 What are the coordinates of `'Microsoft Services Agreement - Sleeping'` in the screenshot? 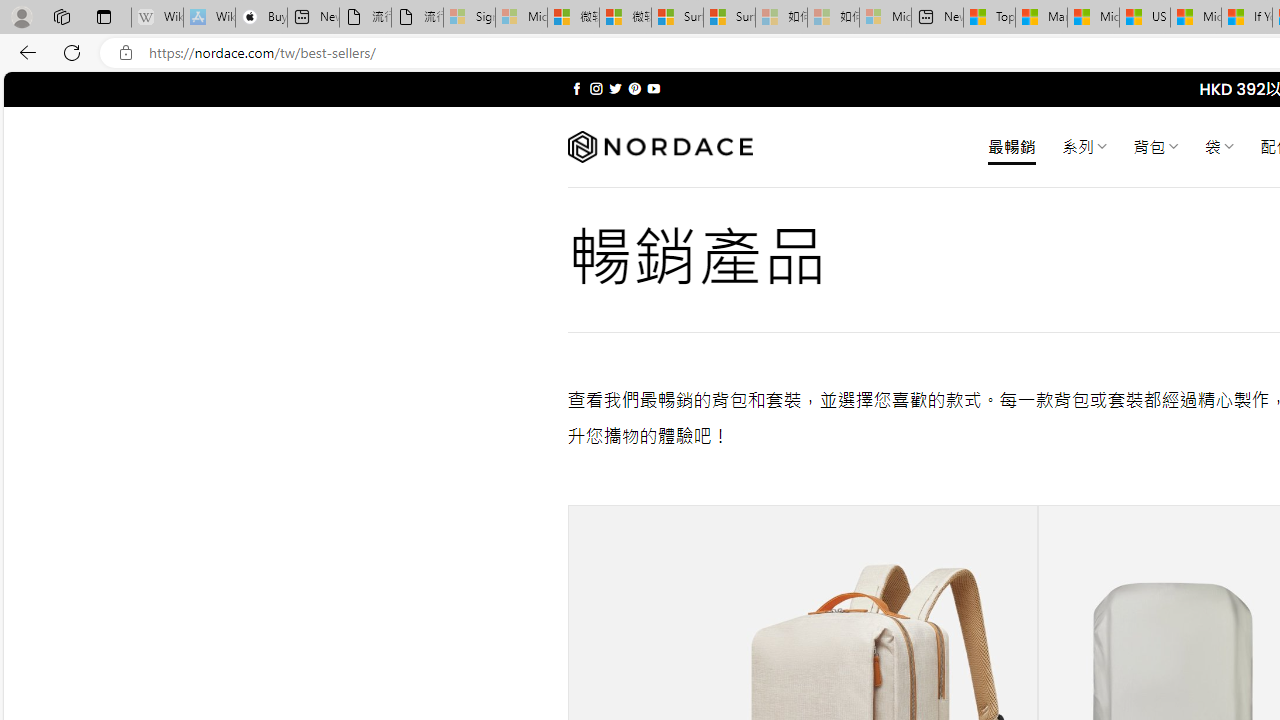 It's located at (520, 17).